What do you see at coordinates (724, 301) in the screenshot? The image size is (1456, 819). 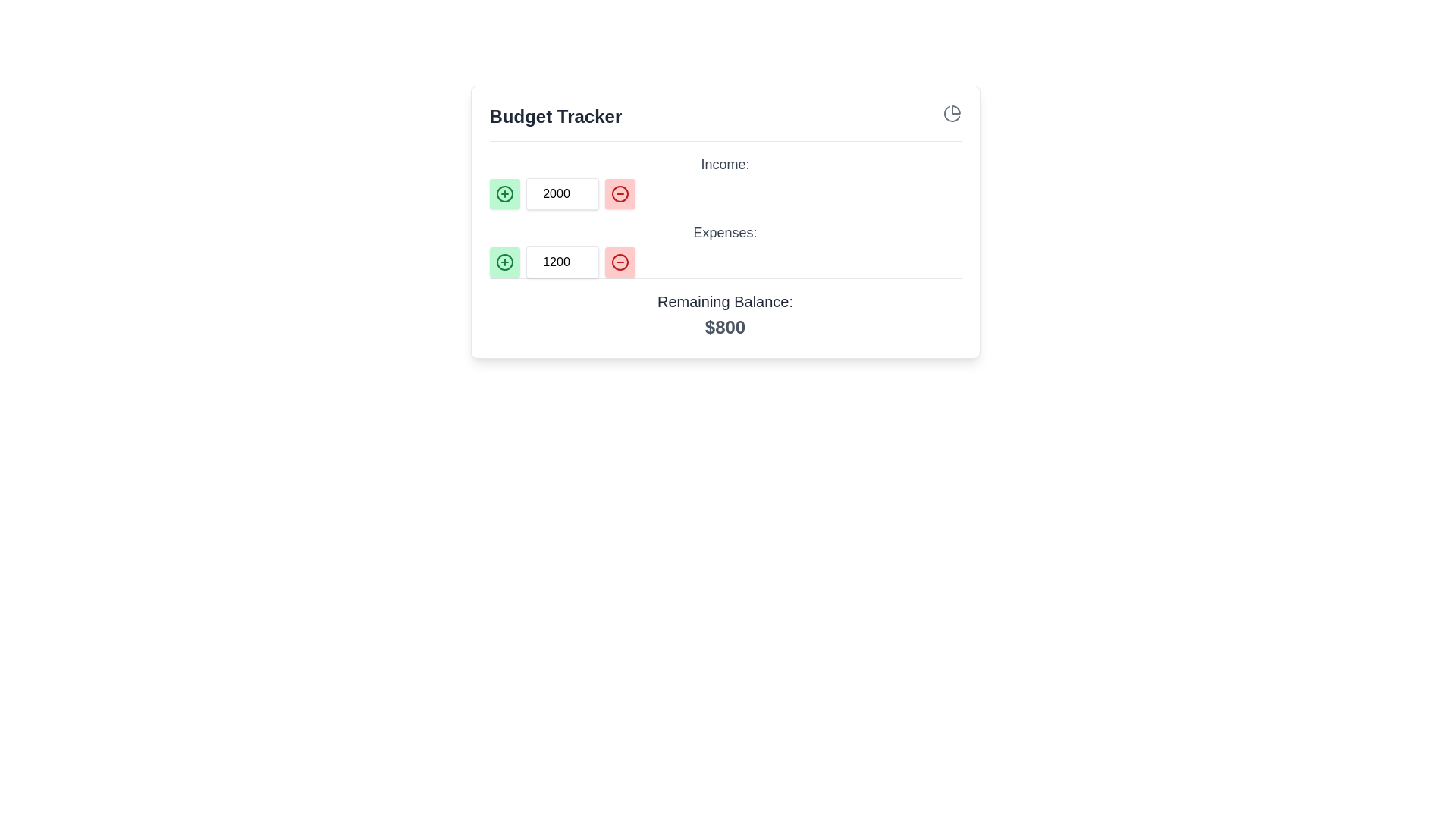 I see `the text label indicating the remaining balance, which is located on the left side of the dollar amount at the bottom of the card component` at bounding box center [724, 301].